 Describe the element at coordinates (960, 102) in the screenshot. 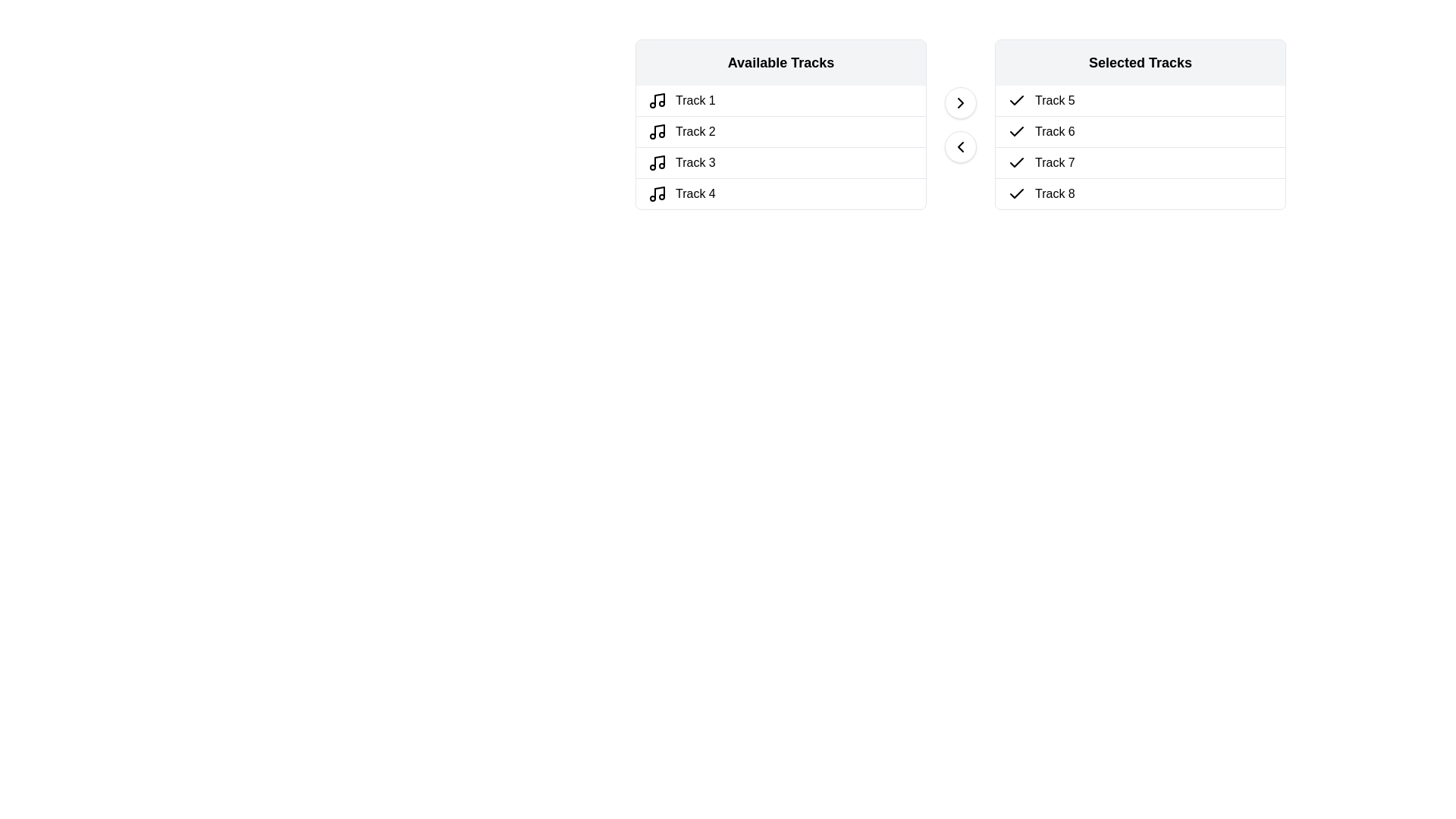

I see `the chevron icon within the circular button to transfer tracks from the 'Available Tracks' list to the 'Selected Tracks' list` at that location.